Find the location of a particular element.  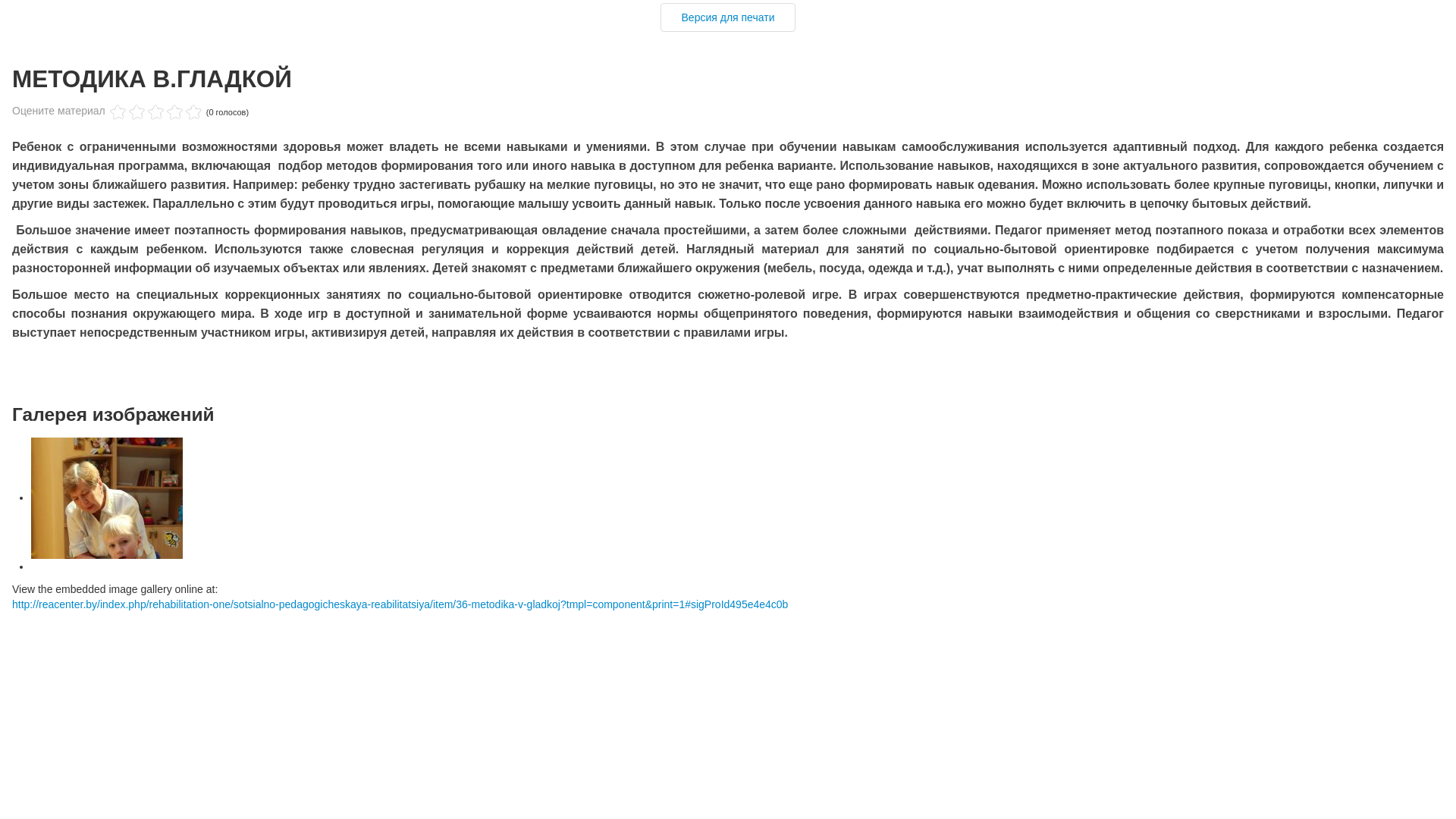

'Click to enlarge image 2L4A0526n.jpg' is located at coordinates (105, 497).